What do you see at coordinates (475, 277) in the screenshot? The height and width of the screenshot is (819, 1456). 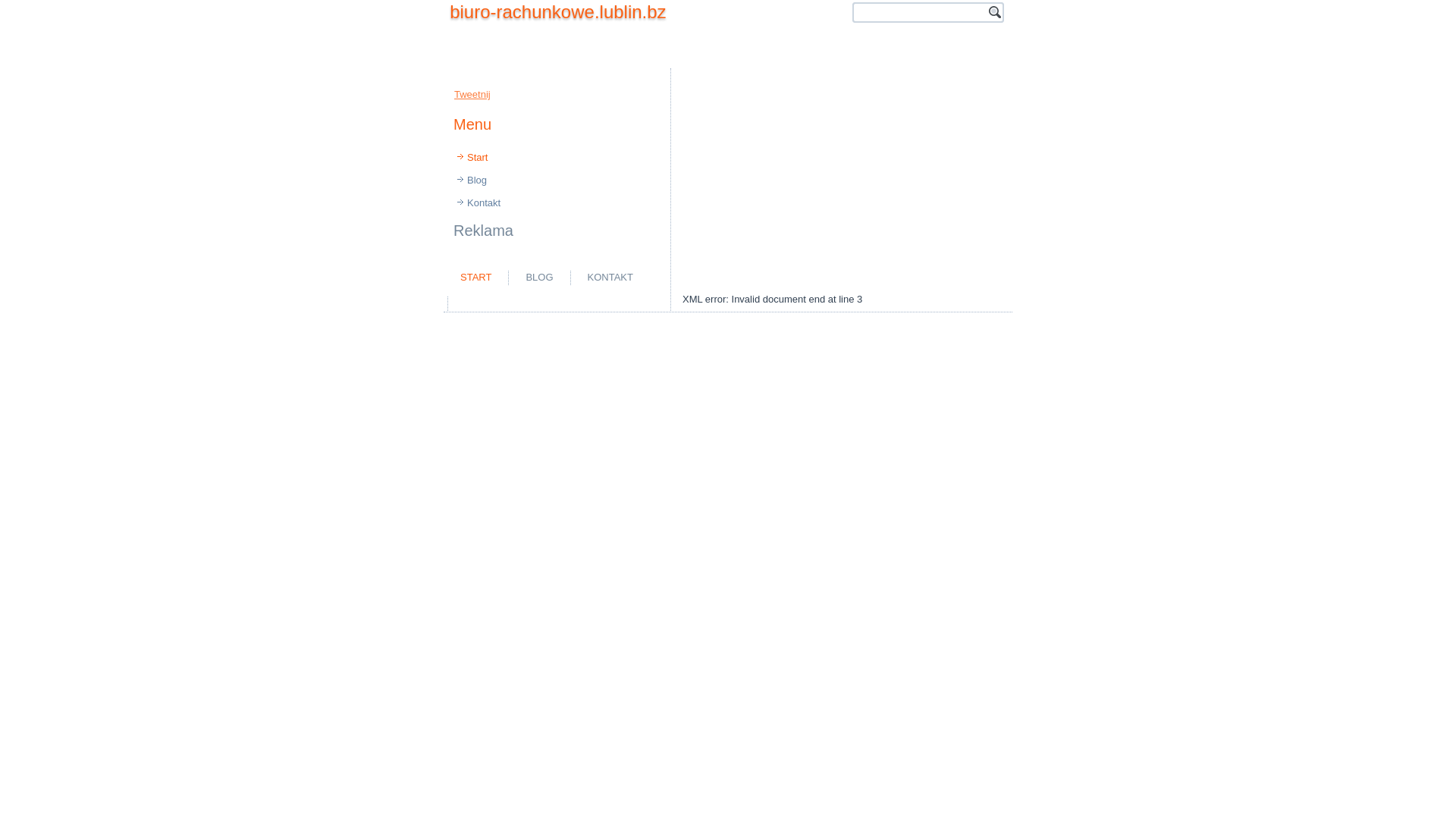 I see `'START'` at bounding box center [475, 277].